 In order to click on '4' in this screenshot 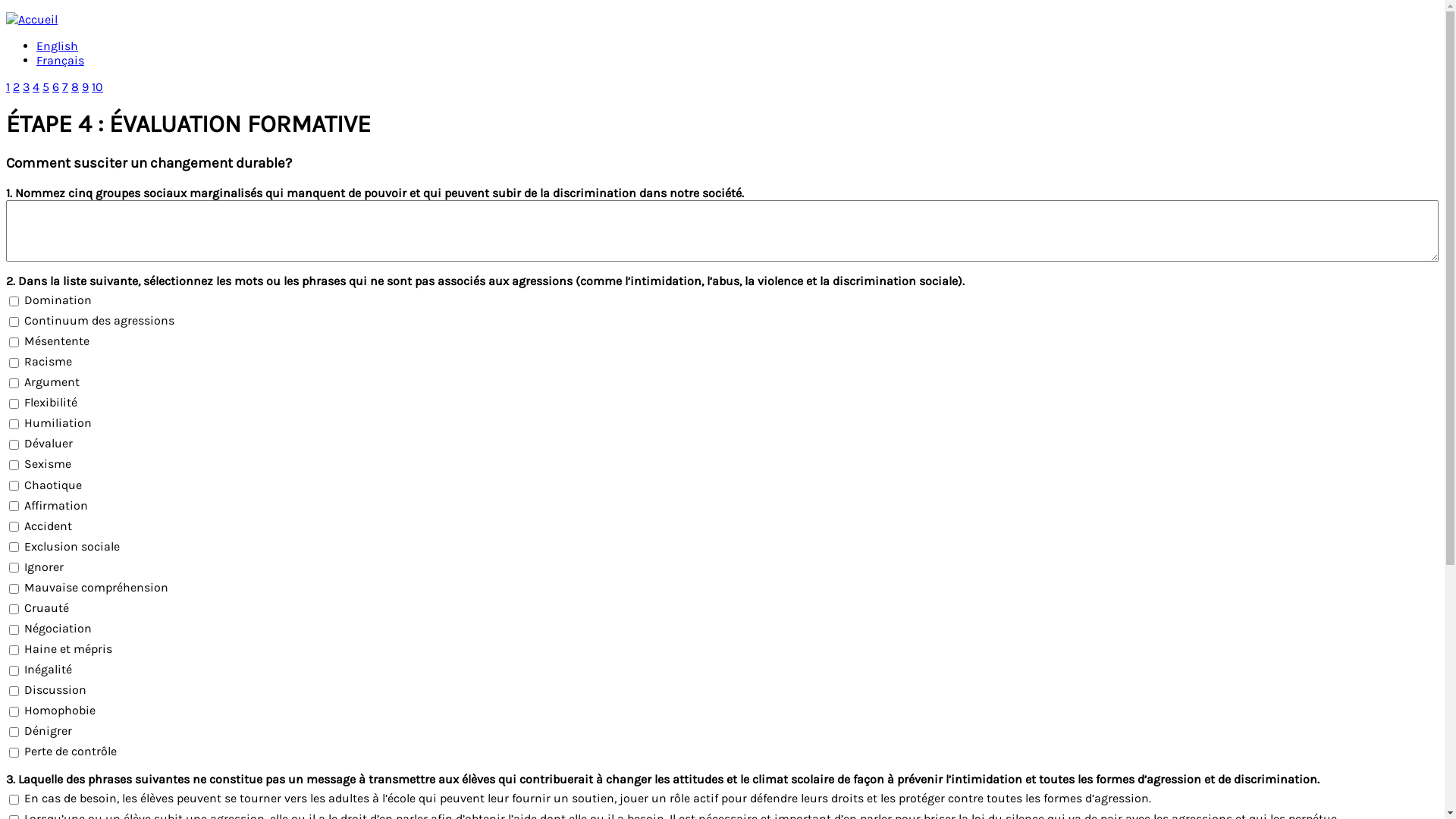, I will do `click(36, 86)`.